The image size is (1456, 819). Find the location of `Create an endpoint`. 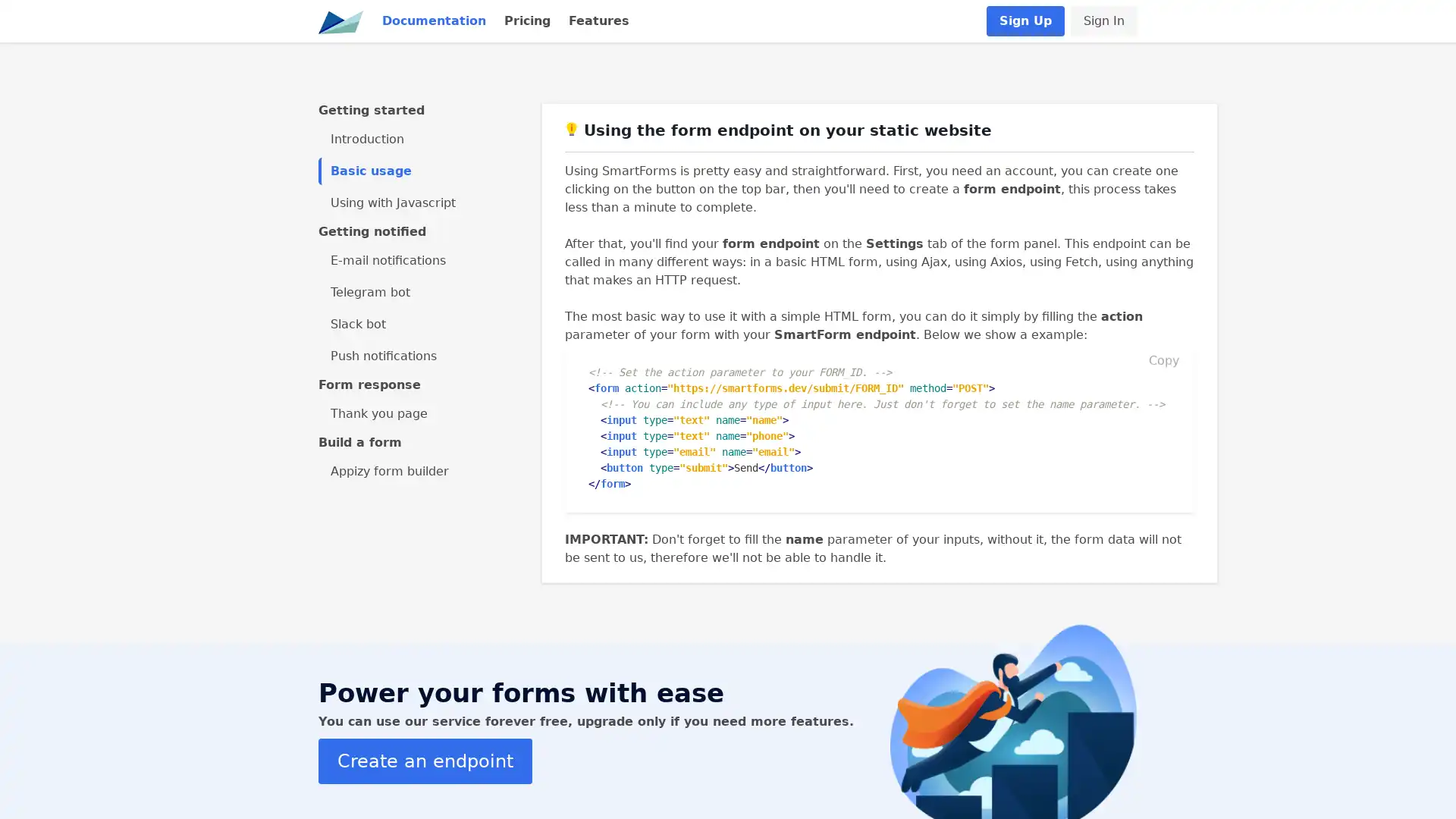

Create an endpoint is located at coordinates (425, 760).